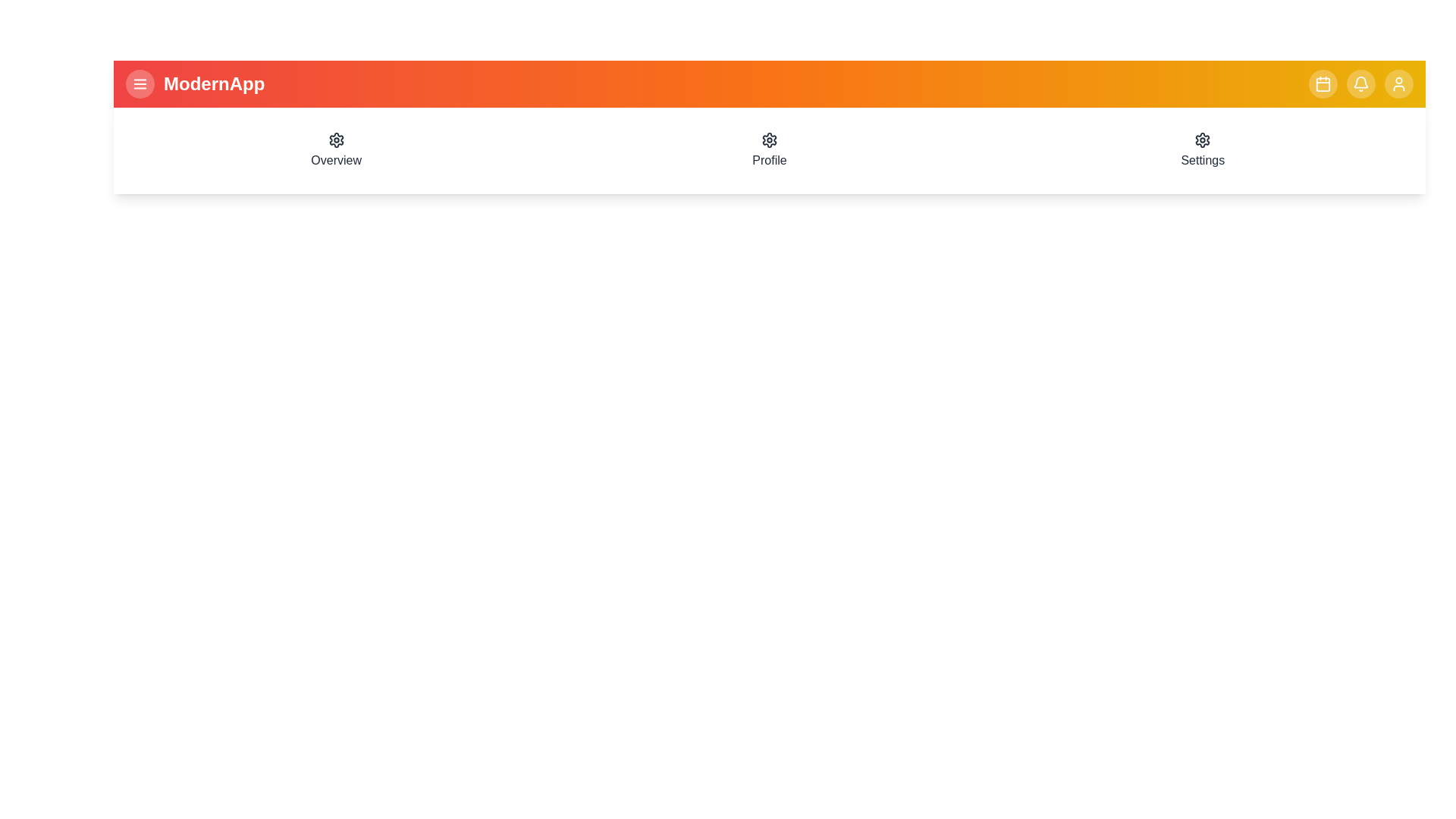 This screenshot has height=819, width=1456. What do you see at coordinates (1202, 151) in the screenshot?
I see `the navigation menu item Settings` at bounding box center [1202, 151].